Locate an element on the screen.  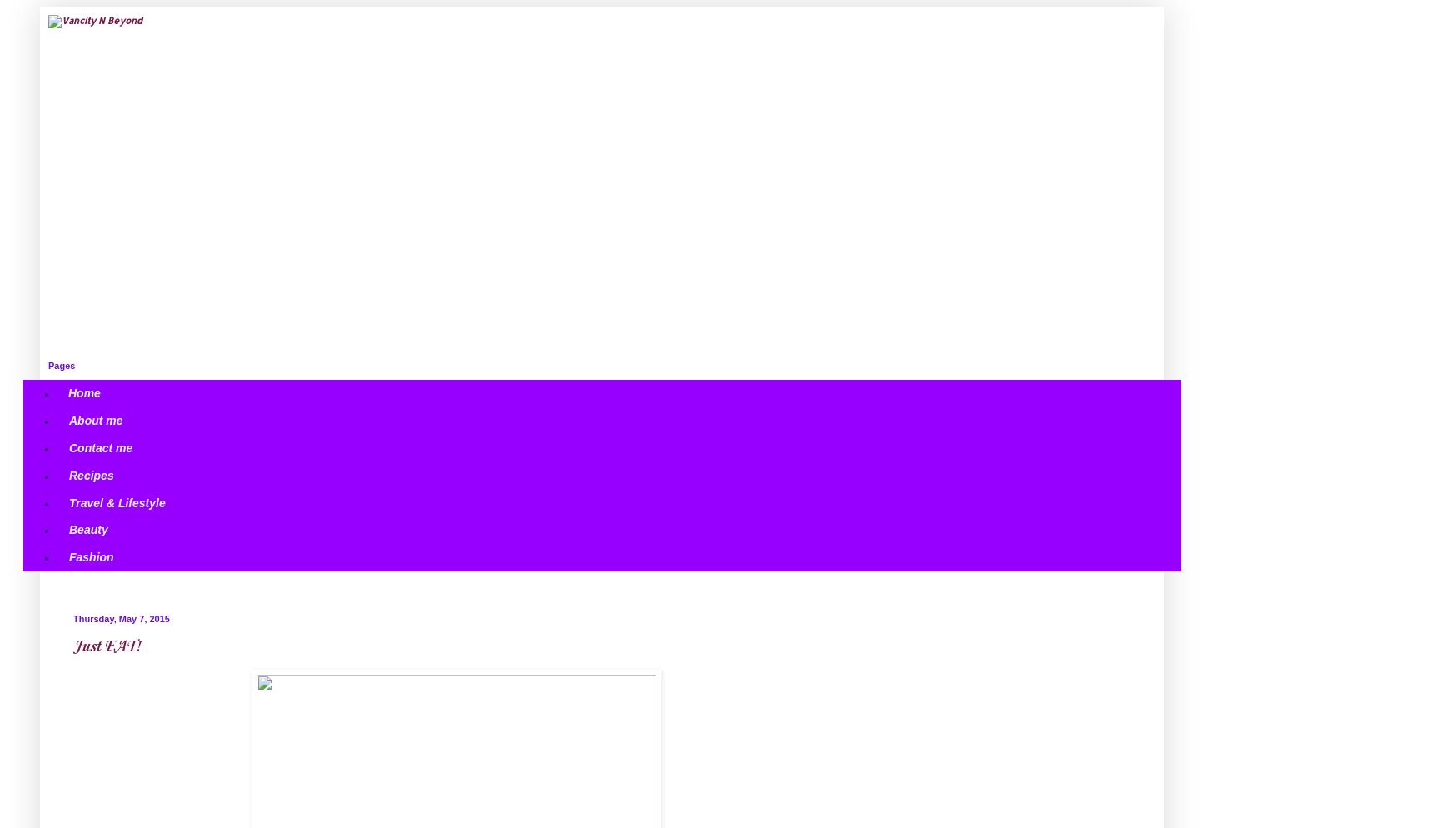
'Just EAT!' is located at coordinates (106, 646).